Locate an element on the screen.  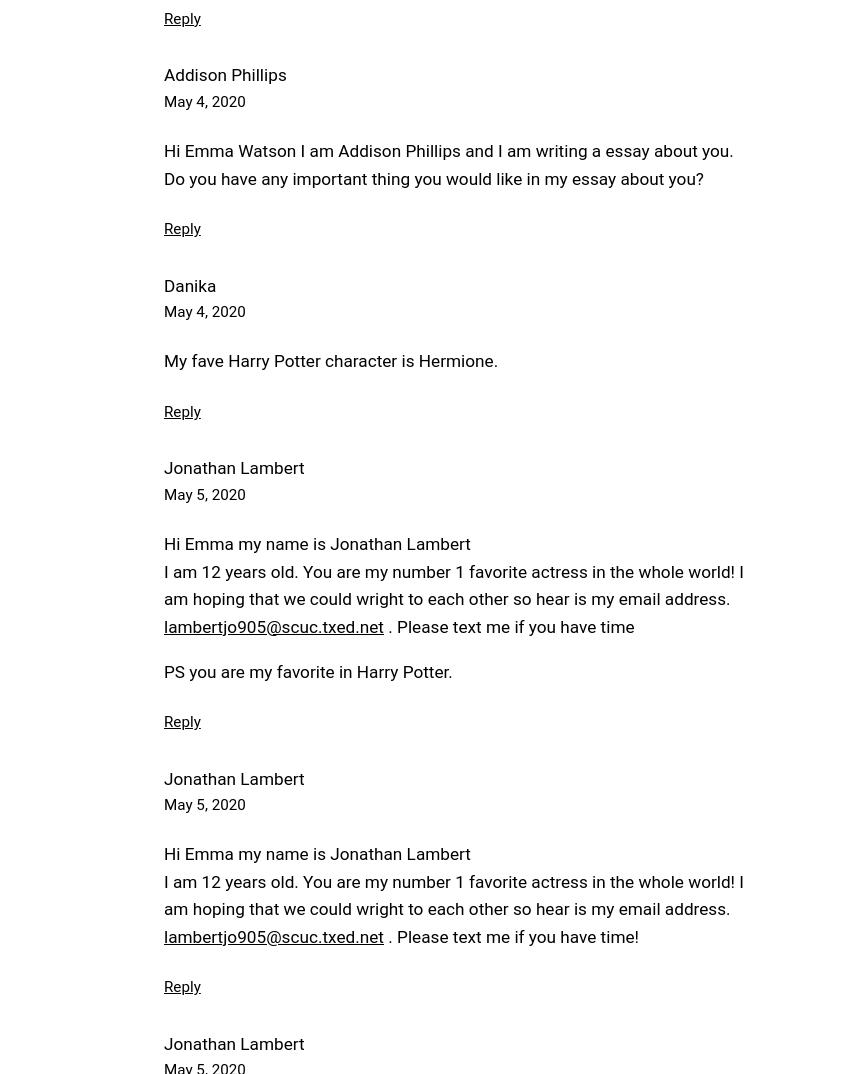
'My fave Harry Potter character is Hermione.' is located at coordinates (330, 359).